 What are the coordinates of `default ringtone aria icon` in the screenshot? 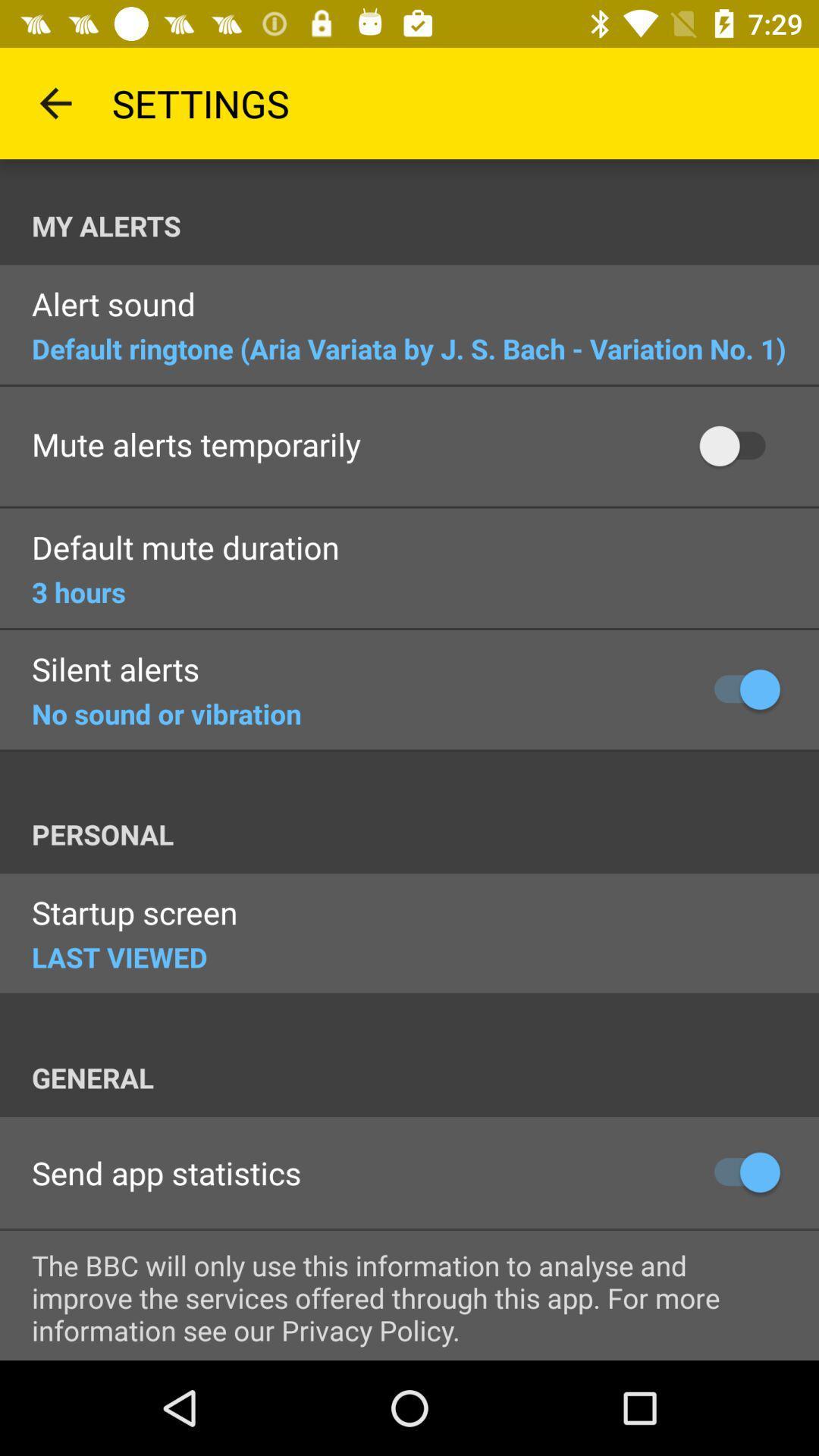 It's located at (408, 347).